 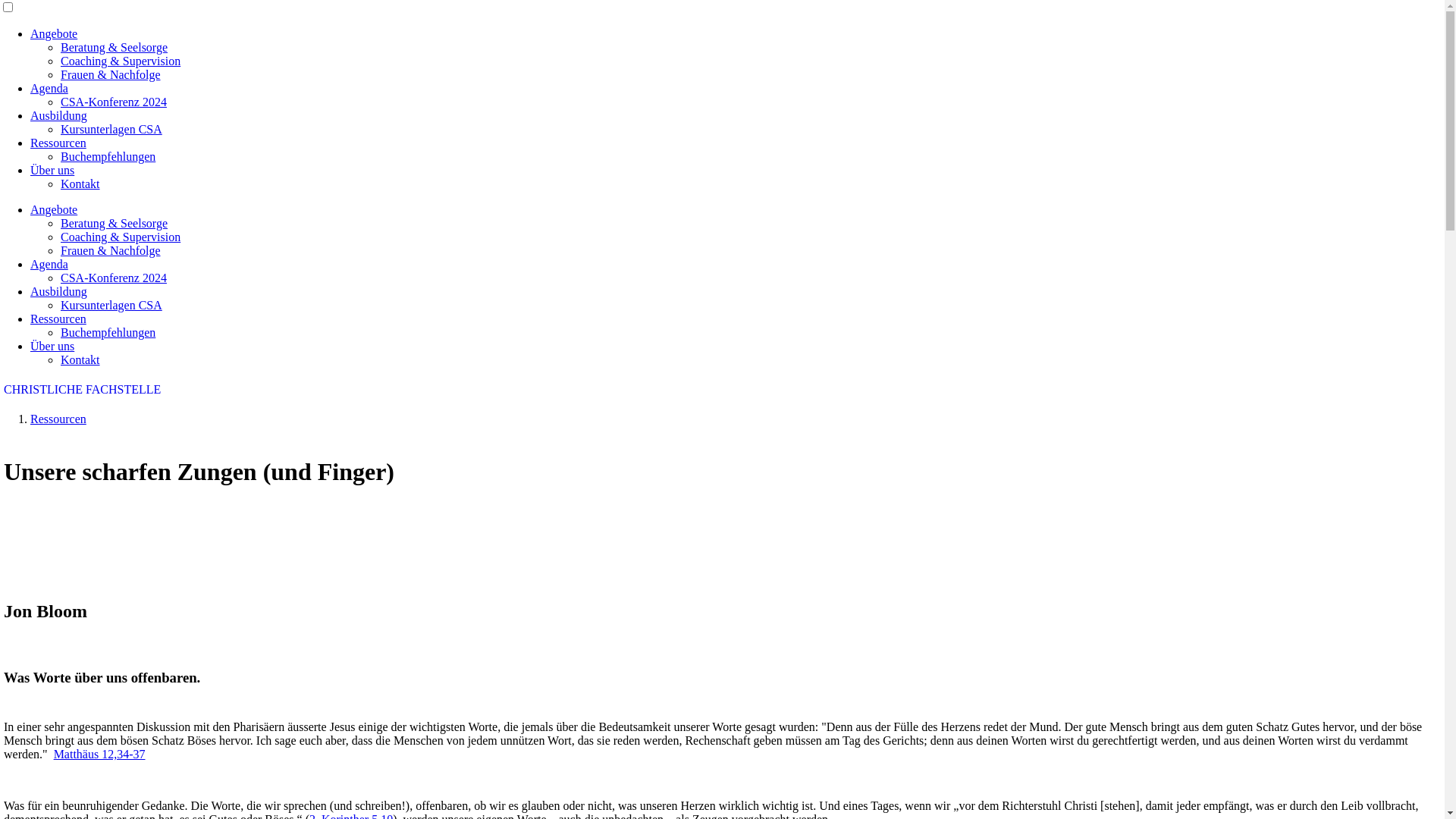 What do you see at coordinates (58, 419) in the screenshot?
I see `'Ressourcen'` at bounding box center [58, 419].